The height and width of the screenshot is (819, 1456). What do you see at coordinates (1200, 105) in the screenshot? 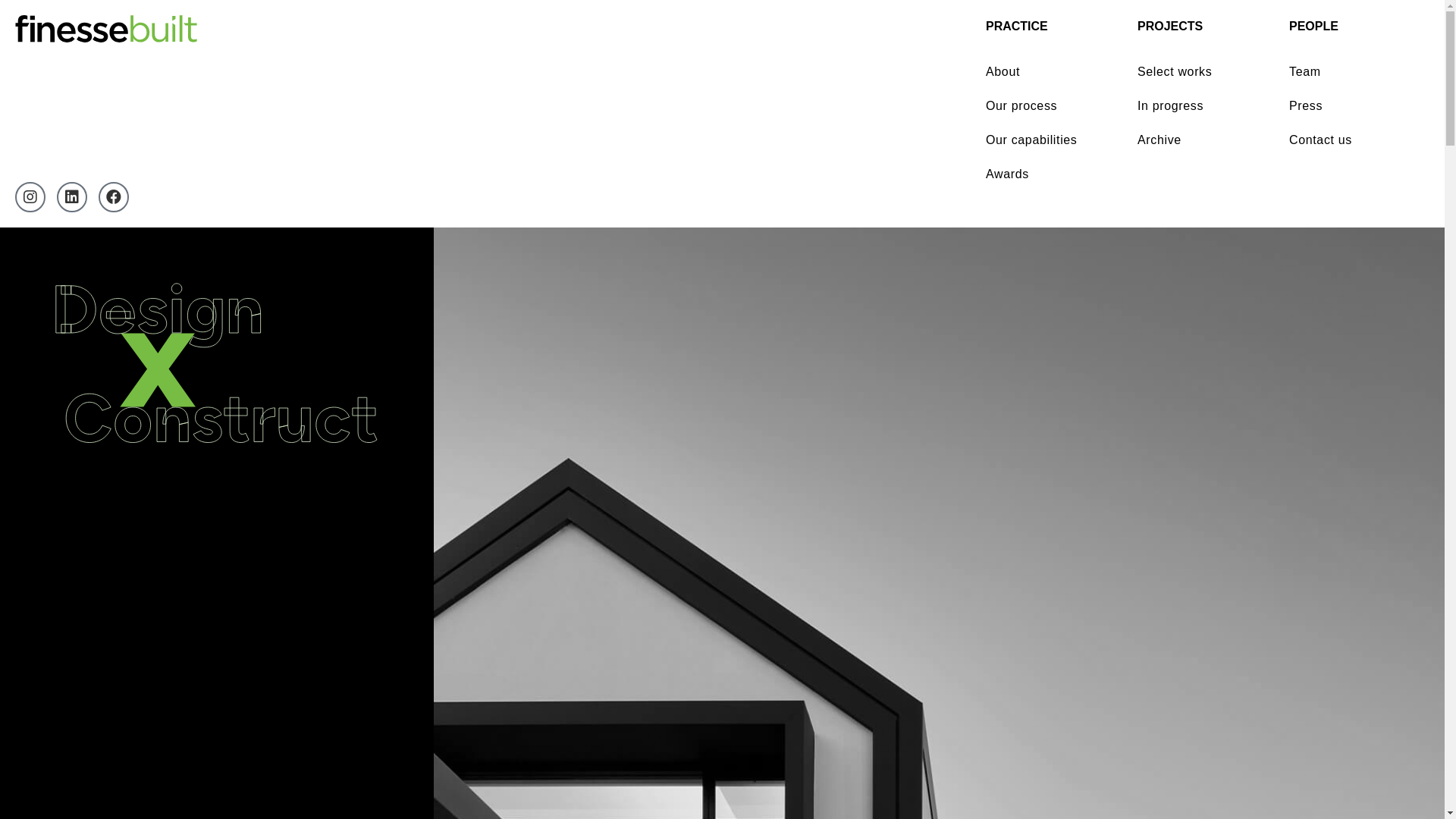
I see `'In progress'` at bounding box center [1200, 105].